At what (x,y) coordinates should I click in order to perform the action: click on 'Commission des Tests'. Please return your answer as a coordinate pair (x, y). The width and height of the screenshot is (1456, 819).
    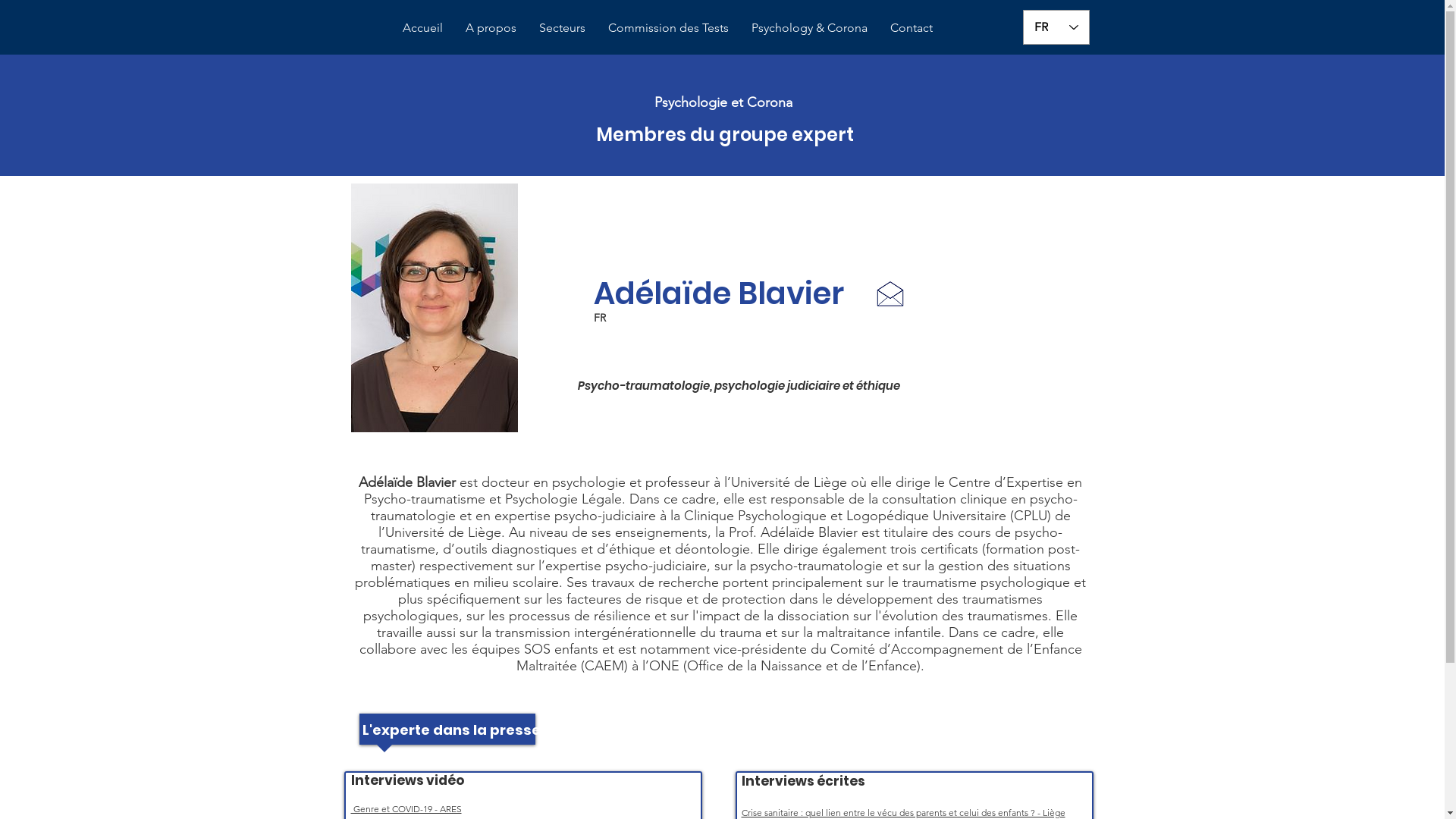
    Looking at the image, I should click on (596, 27).